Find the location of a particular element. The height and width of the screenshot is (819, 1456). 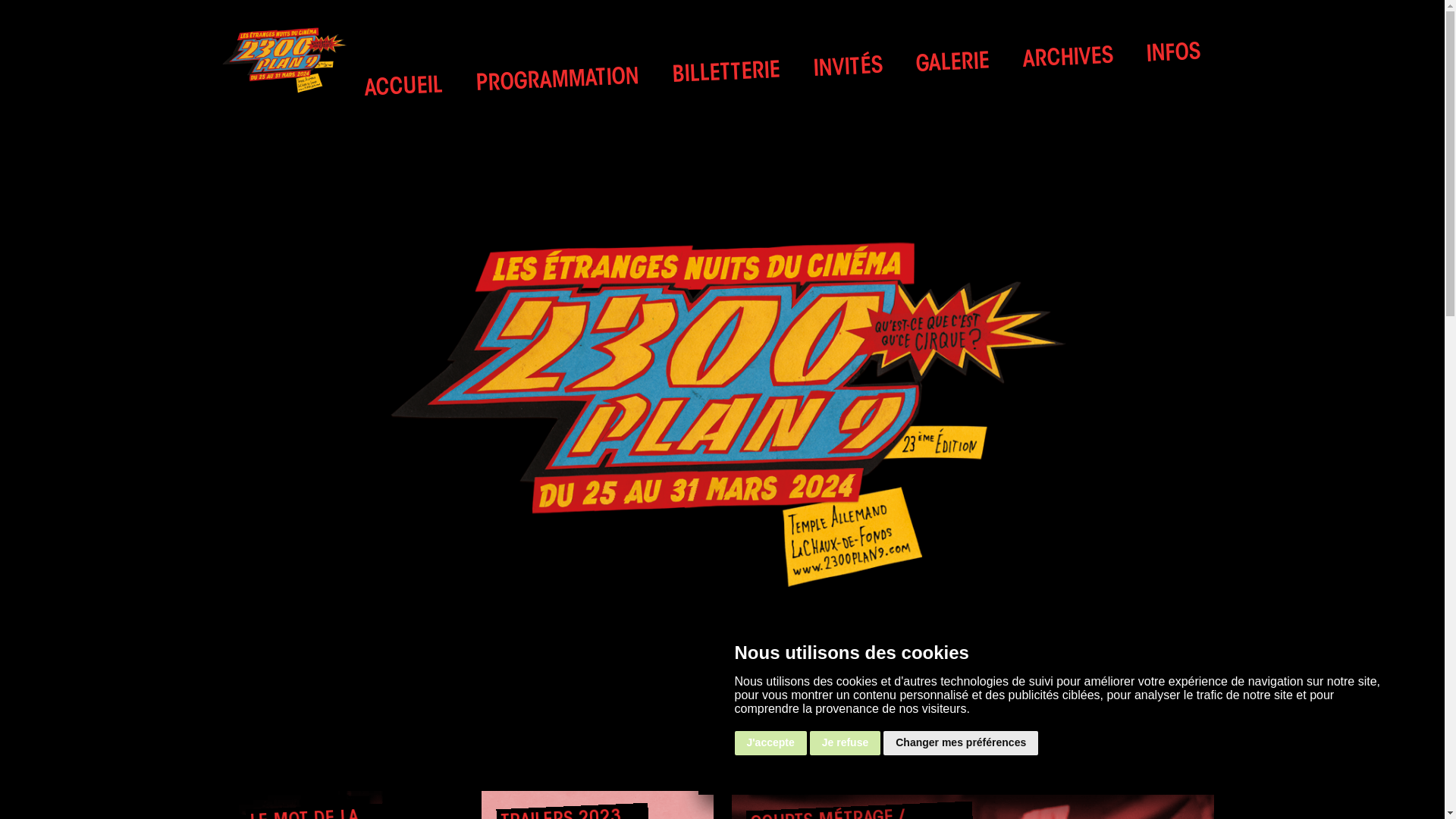

'PROGRAMMATION' is located at coordinates (556, 78).